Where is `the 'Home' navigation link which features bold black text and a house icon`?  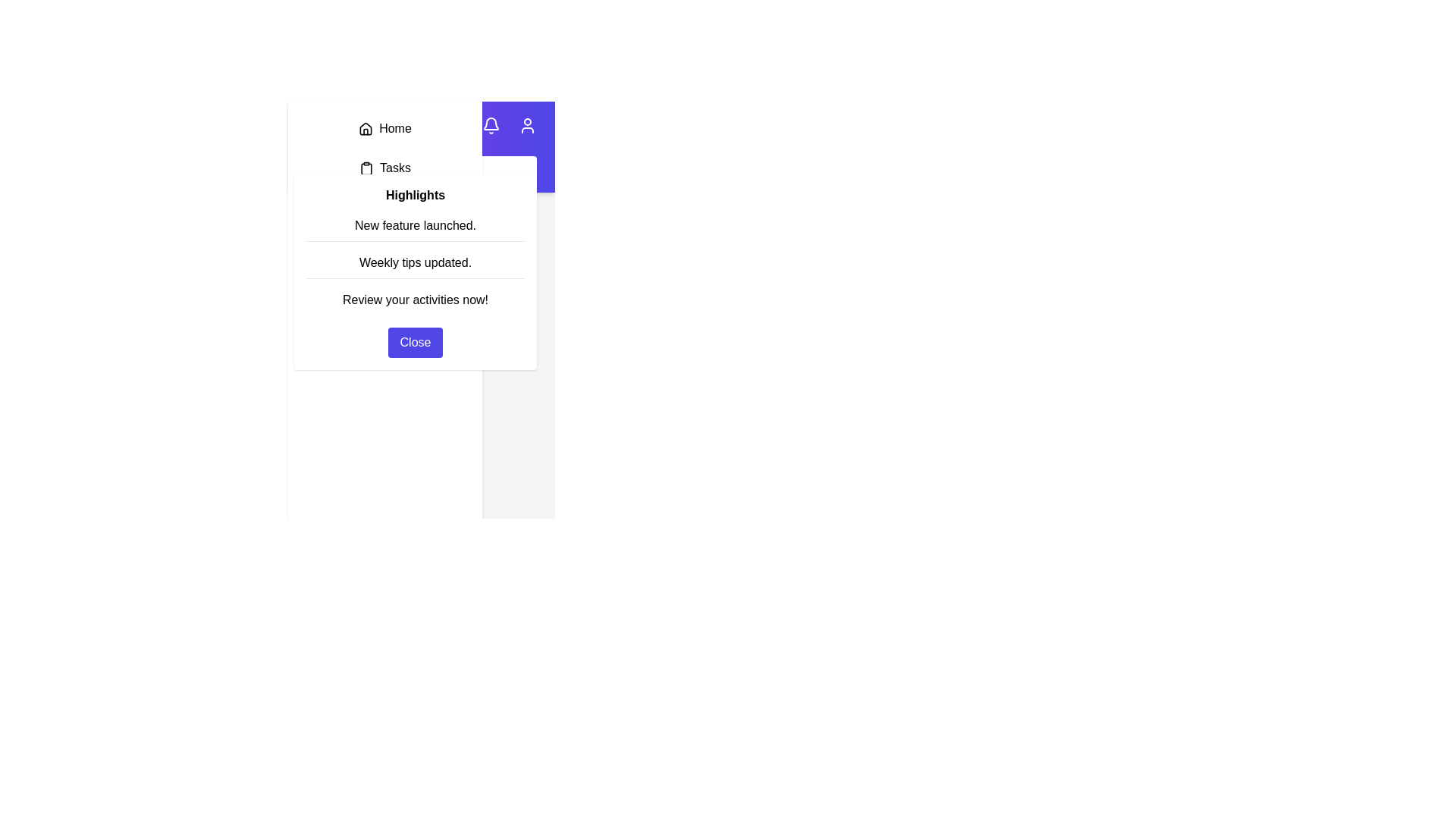 the 'Home' navigation link which features bold black text and a house icon is located at coordinates (385, 127).